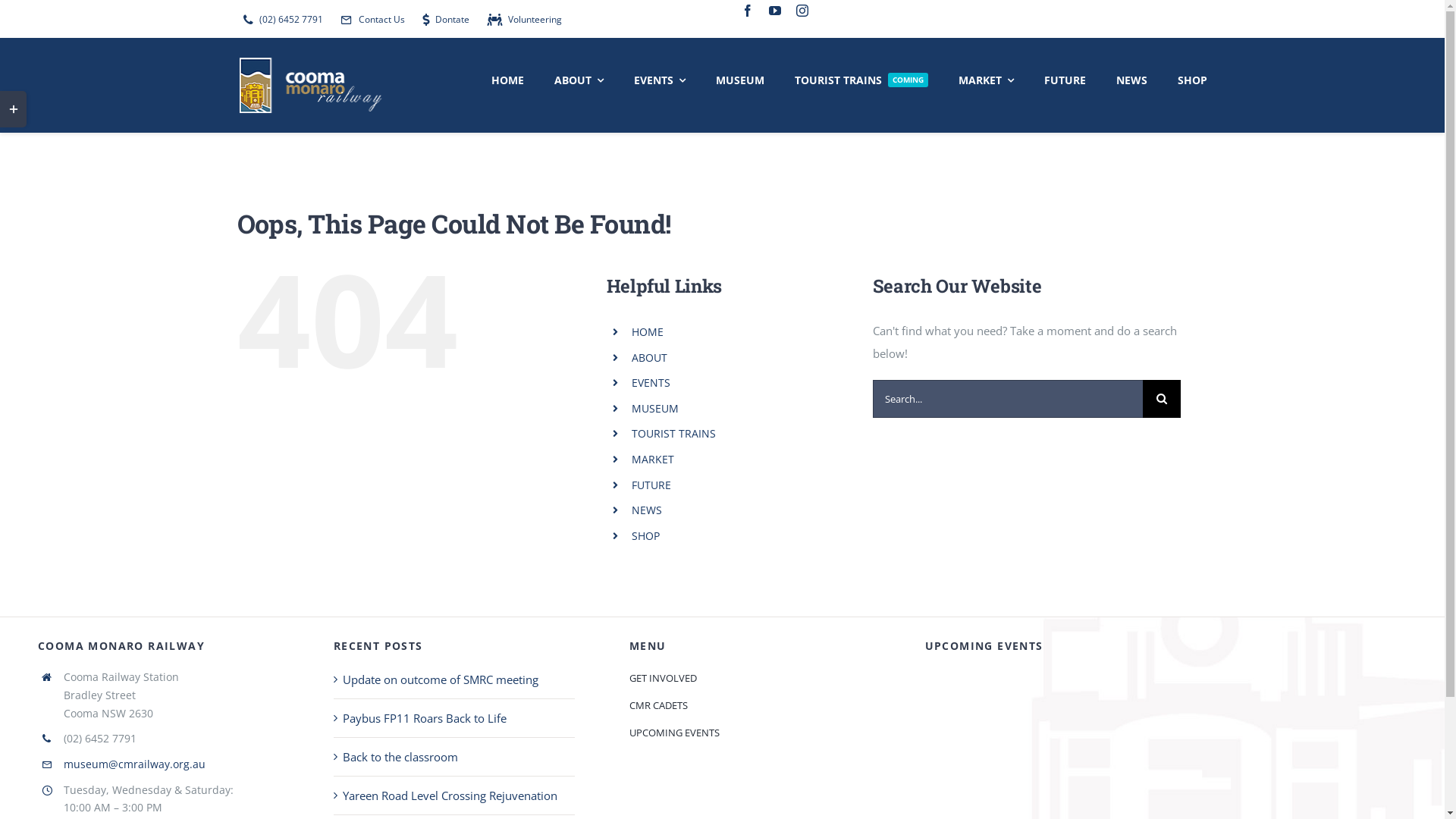 The height and width of the screenshot is (819, 1456). I want to click on 'Yareen Road Level Crossing Rejuvenation', so click(449, 795).